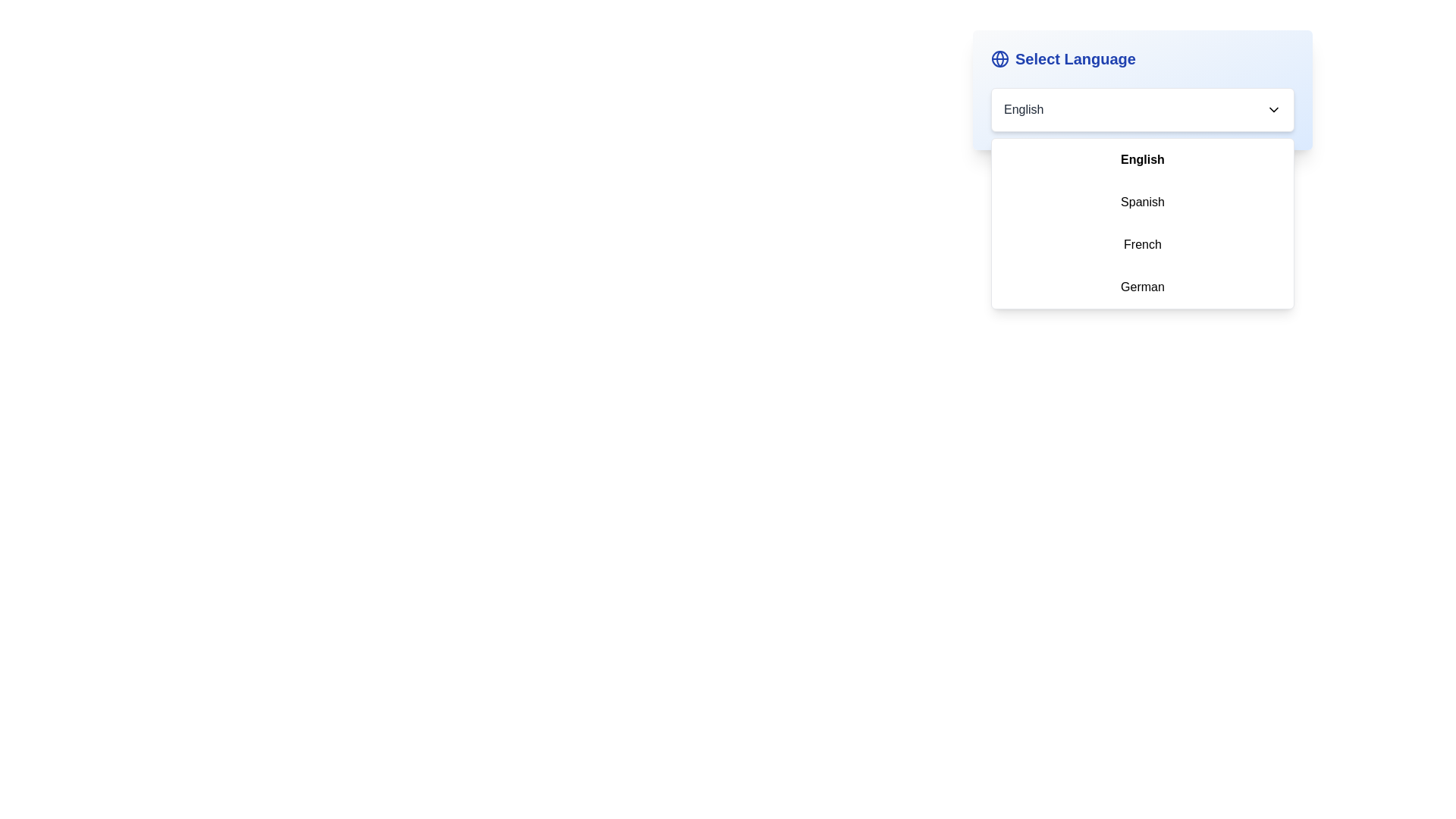 The width and height of the screenshot is (1456, 819). What do you see at coordinates (1143, 287) in the screenshot?
I see `the language German from the dropdown` at bounding box center [1143, 287].